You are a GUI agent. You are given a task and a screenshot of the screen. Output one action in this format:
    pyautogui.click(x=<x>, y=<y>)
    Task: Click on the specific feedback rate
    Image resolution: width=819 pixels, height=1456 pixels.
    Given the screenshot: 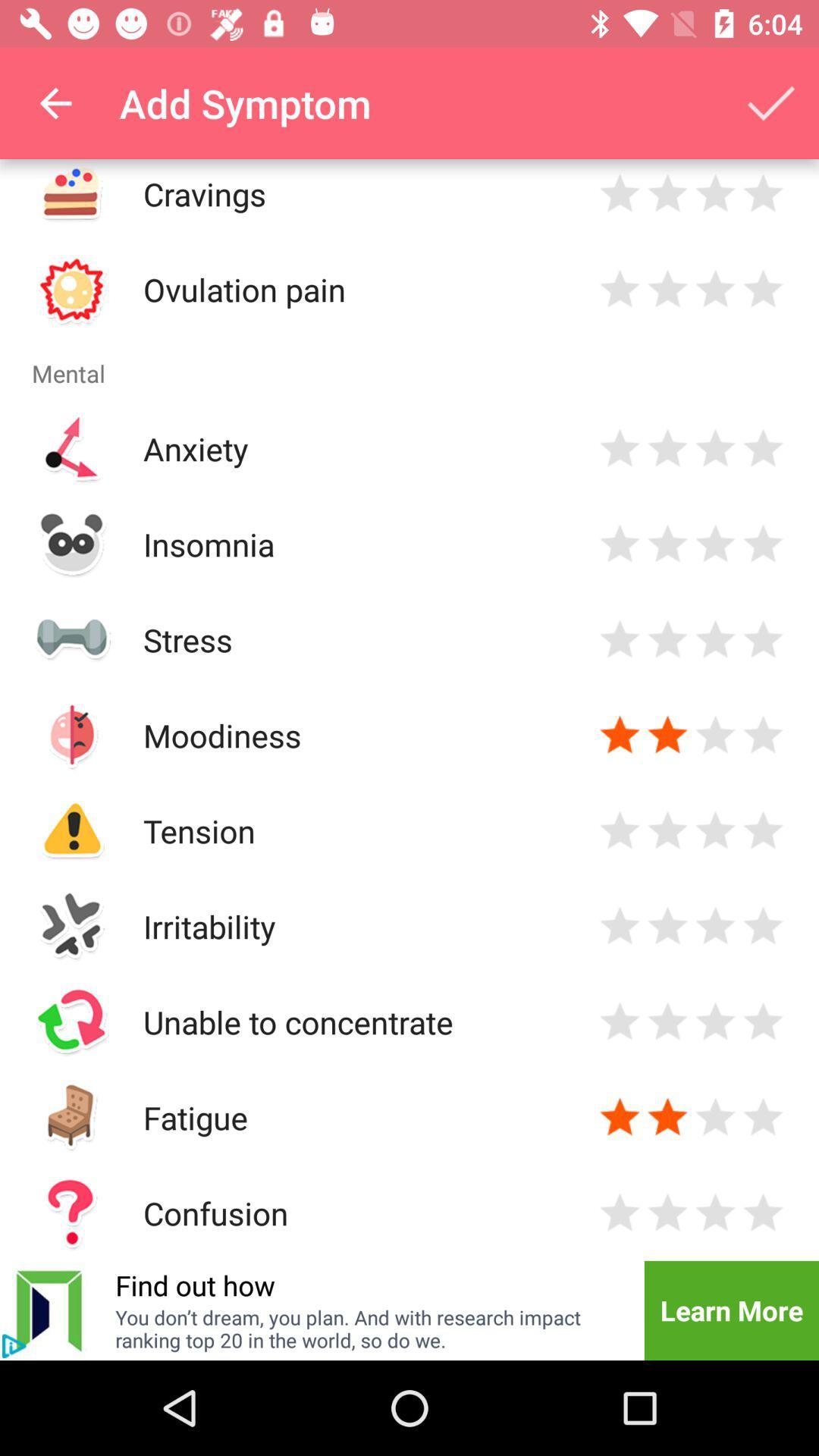 What is the action you would take?
    pyautogui.click(x=667, y=544)
    